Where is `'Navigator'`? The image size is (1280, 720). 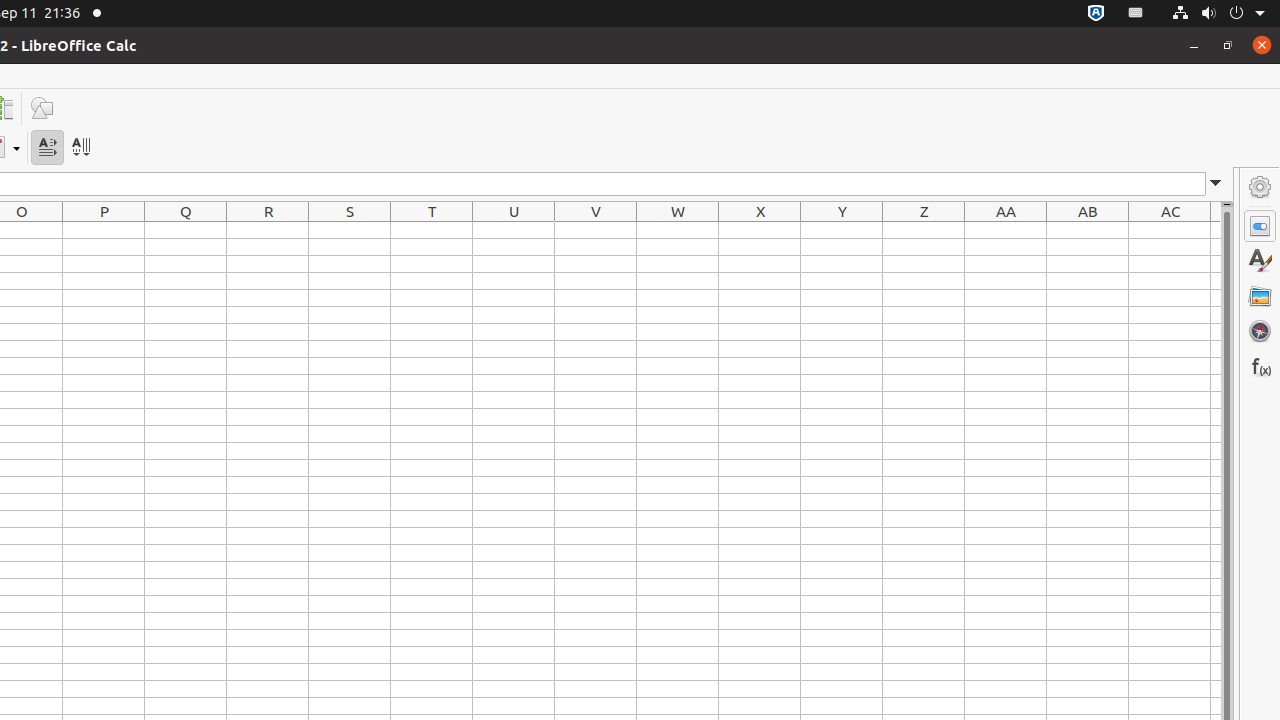
'Navigator' is located at coordinates (1259, 329).